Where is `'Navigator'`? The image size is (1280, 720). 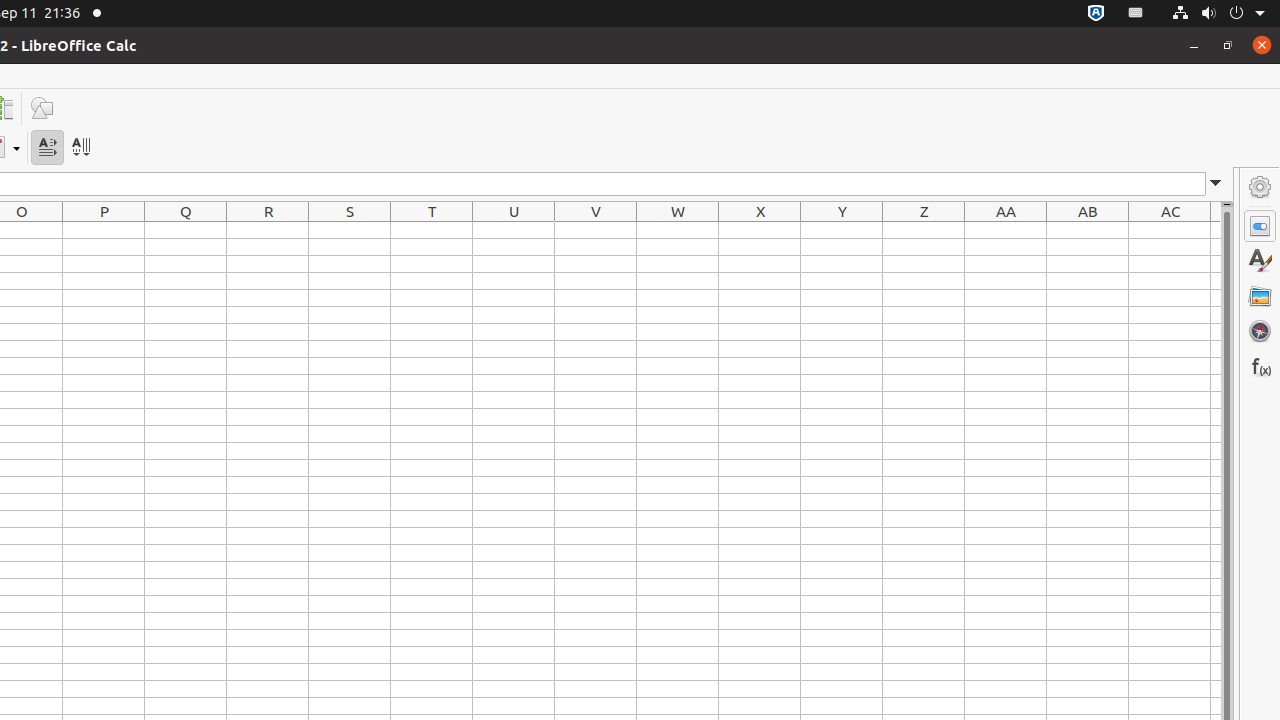
'Navigator' is located at coordinates (1259, 329).